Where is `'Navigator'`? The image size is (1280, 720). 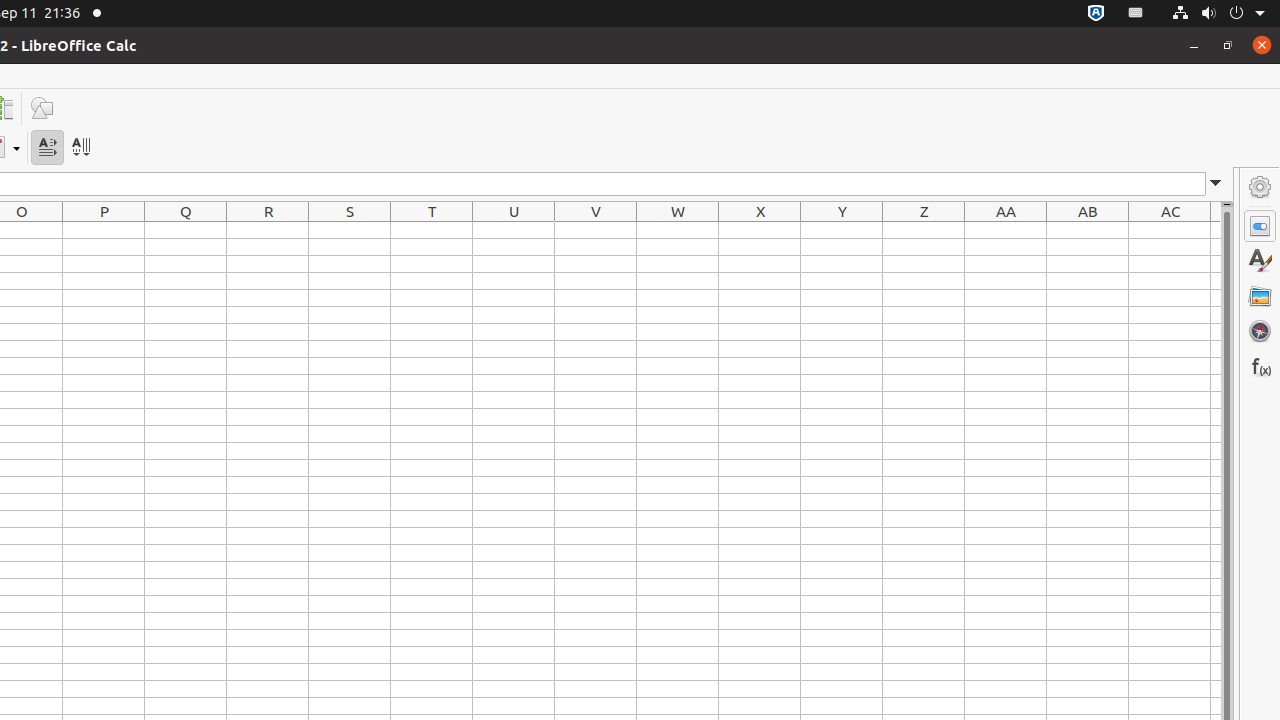
'Navigator' is located at coordinates (1259, 329).